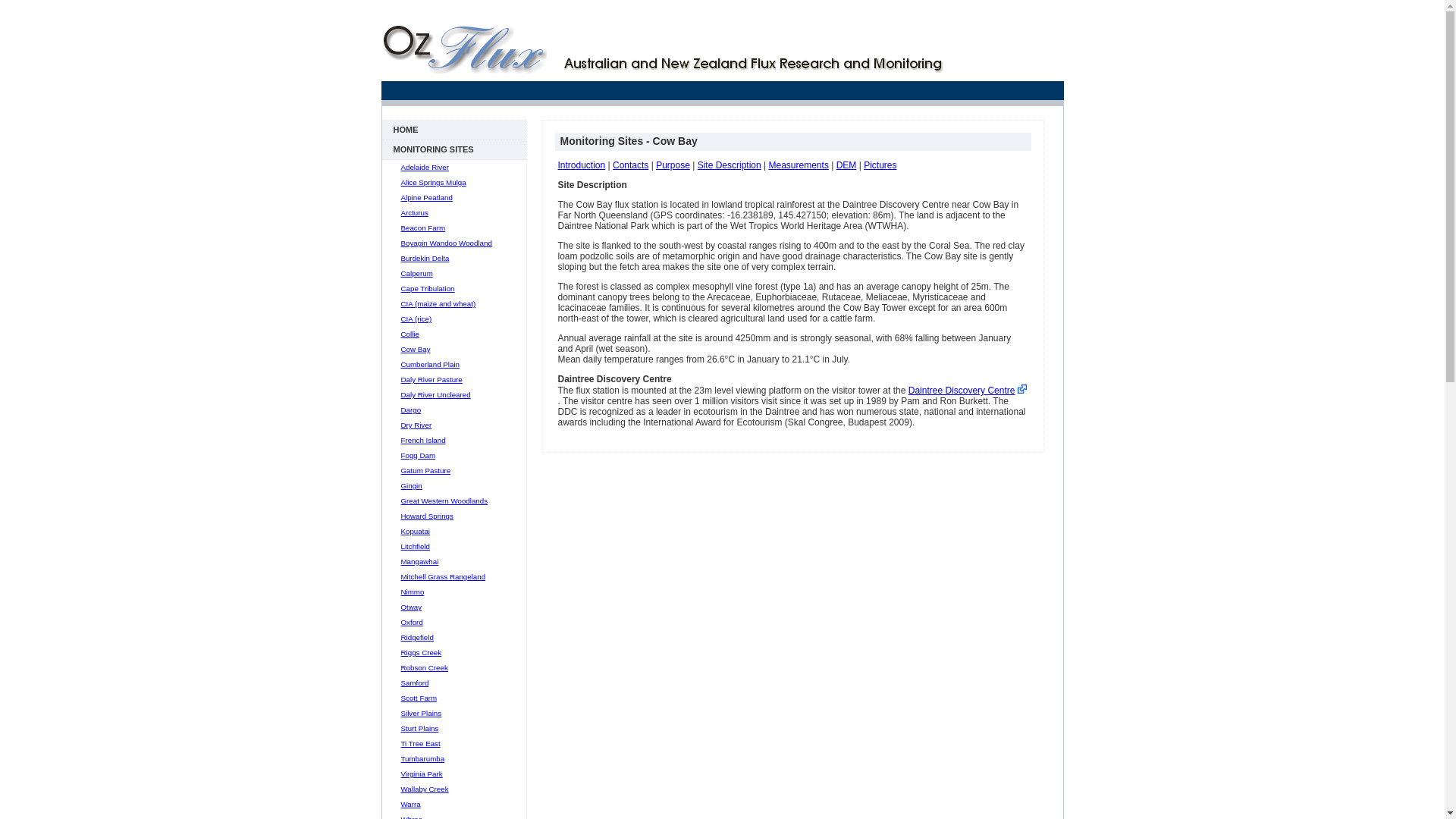 The image size is (1456, 819). I want to click on 'Beacon Farm', so click(422, 227).